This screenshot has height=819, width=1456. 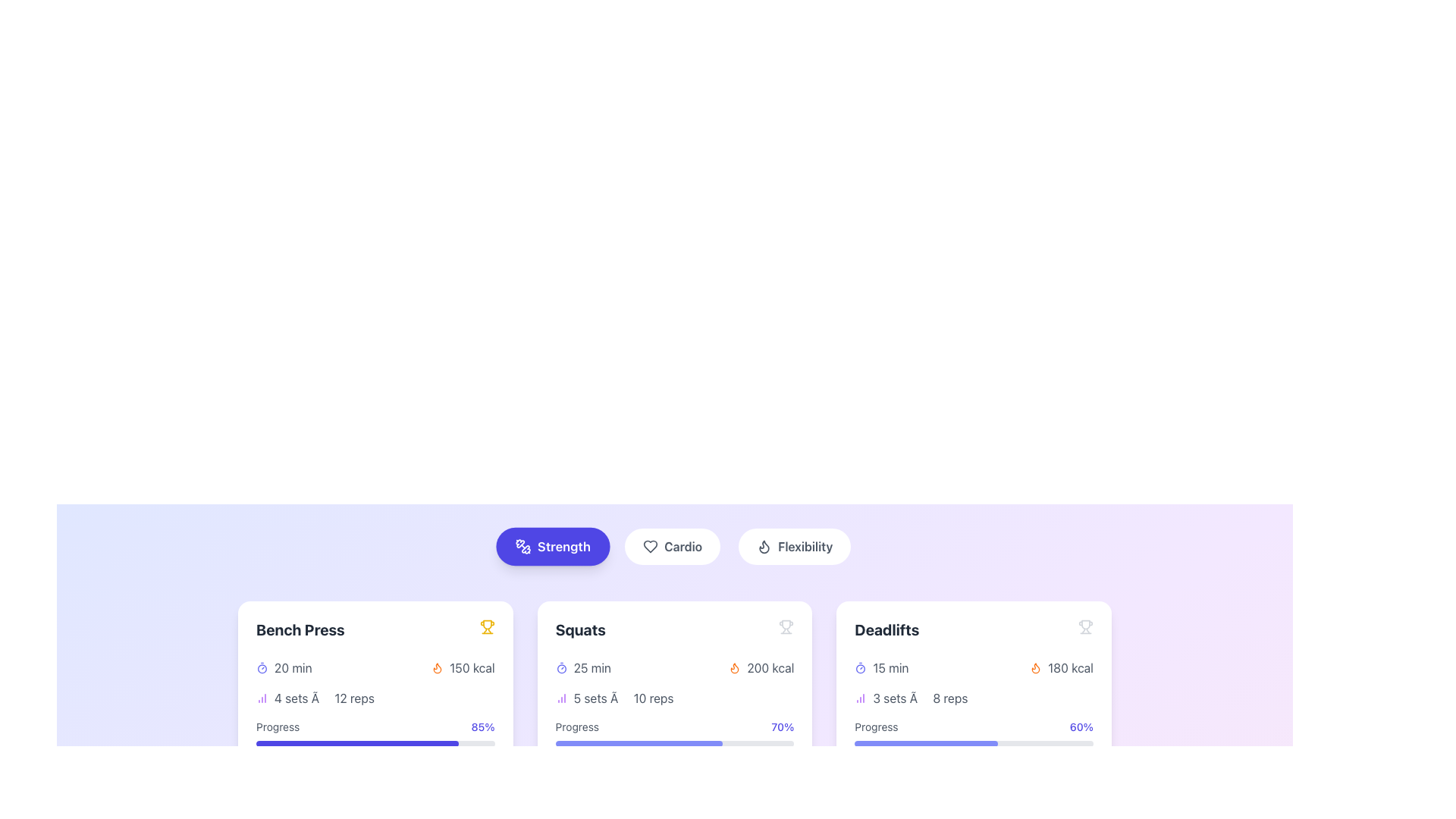 I want to click on the button that initiates the workout session for 'Bench Press', located at the bottom of the card beneath the progress bar to change its background color, so click(x=375, y=774).